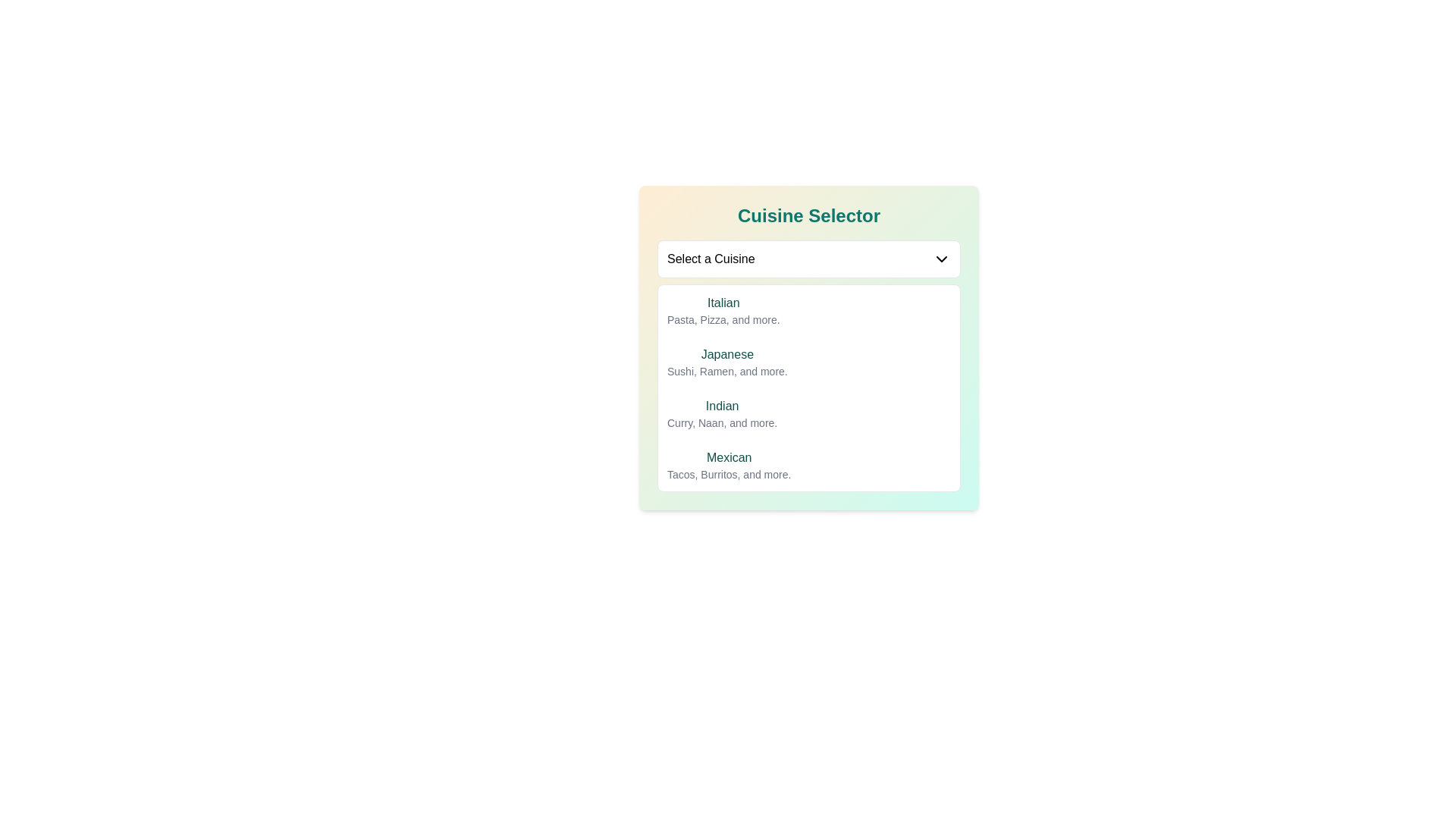 This screenshot has width=1456, height=819. I want to click on the second entry in the Cuisine Selector dropdown list, which displays 'Japanese' in bold teal-green and 'Sushi, Ramen, and more.' in gray, so click(808, 362).